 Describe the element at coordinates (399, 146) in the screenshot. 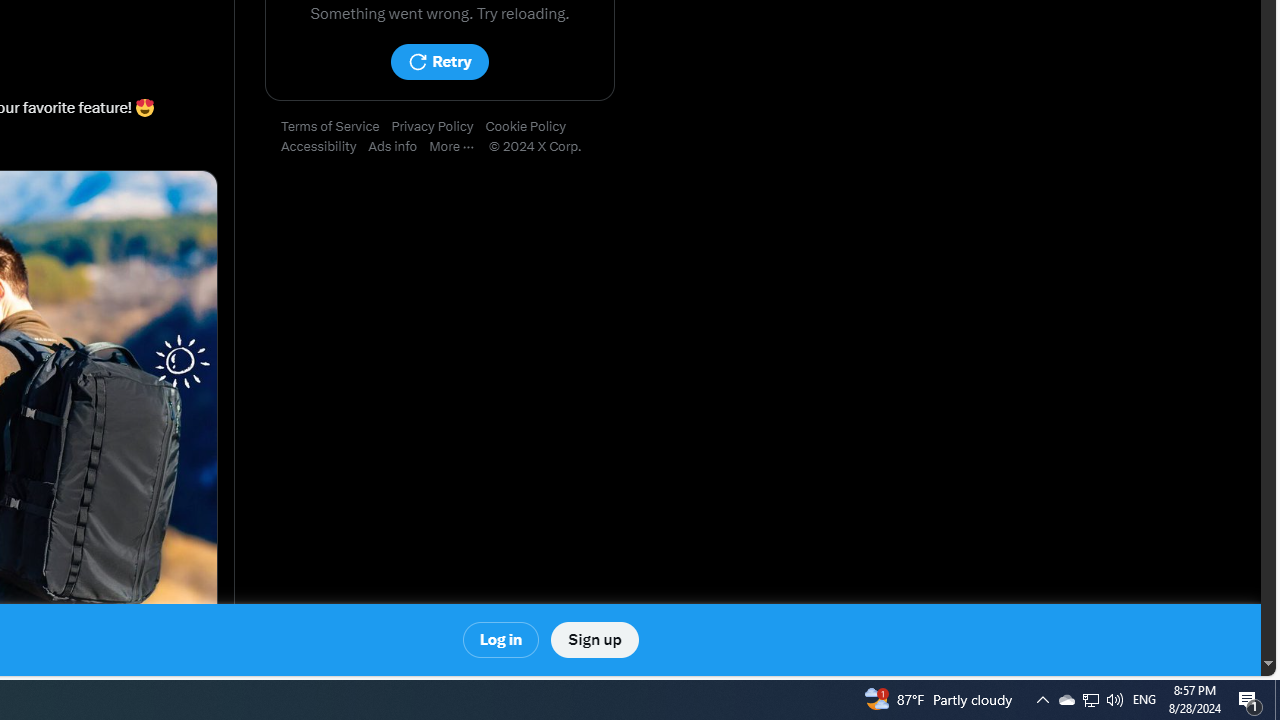

I see `'Ads info'` at that location.